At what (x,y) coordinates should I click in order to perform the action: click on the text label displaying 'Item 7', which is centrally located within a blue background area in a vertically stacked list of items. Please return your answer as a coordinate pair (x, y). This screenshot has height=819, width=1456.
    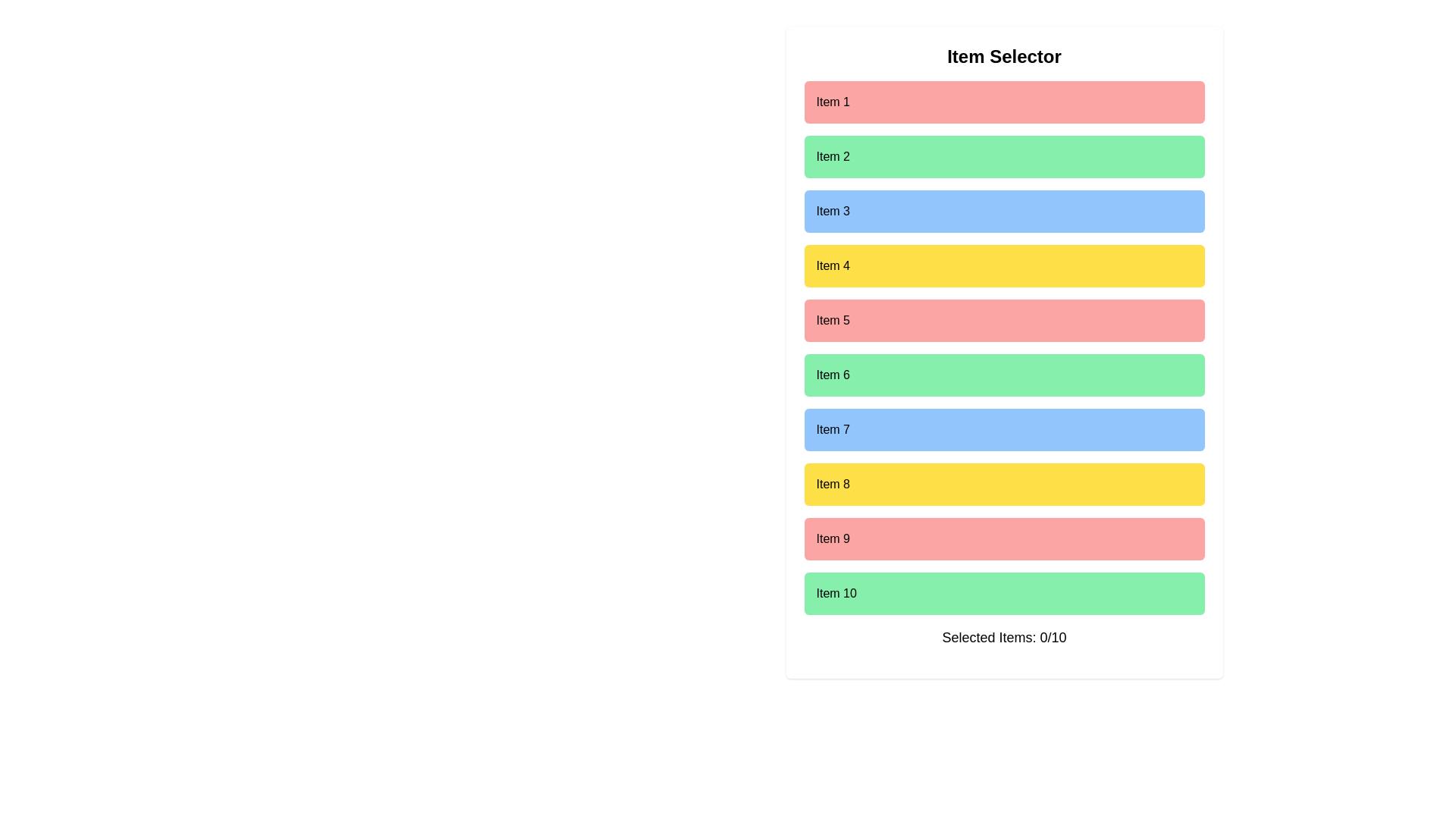
    Looking at the image, I should click on (832, 430).